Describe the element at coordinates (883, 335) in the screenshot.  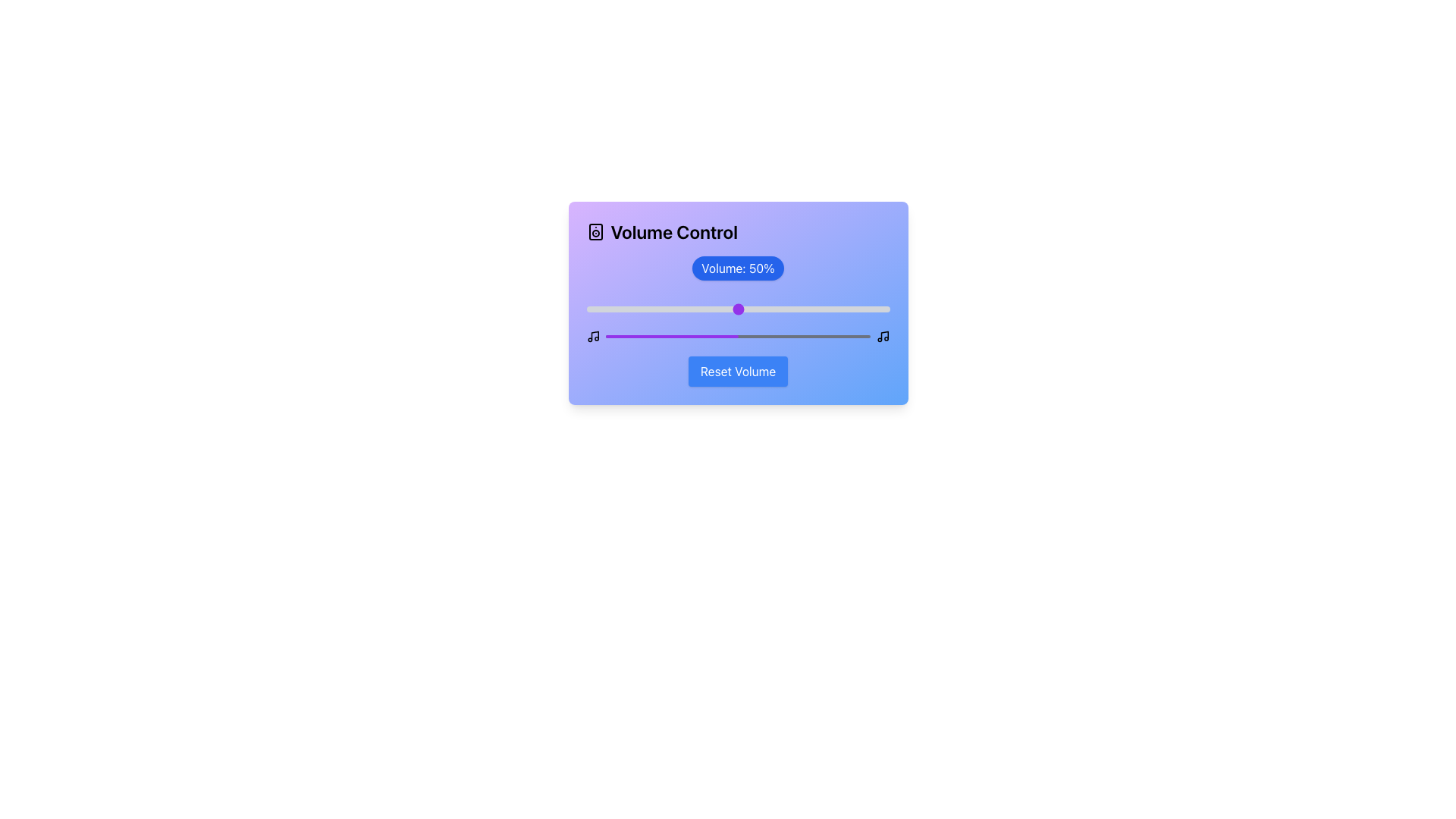
I see `the music/audio icon, which is the rightmost in a row of icons, positioned near the bottom-right corner adjacent to a progress bar` at that location.